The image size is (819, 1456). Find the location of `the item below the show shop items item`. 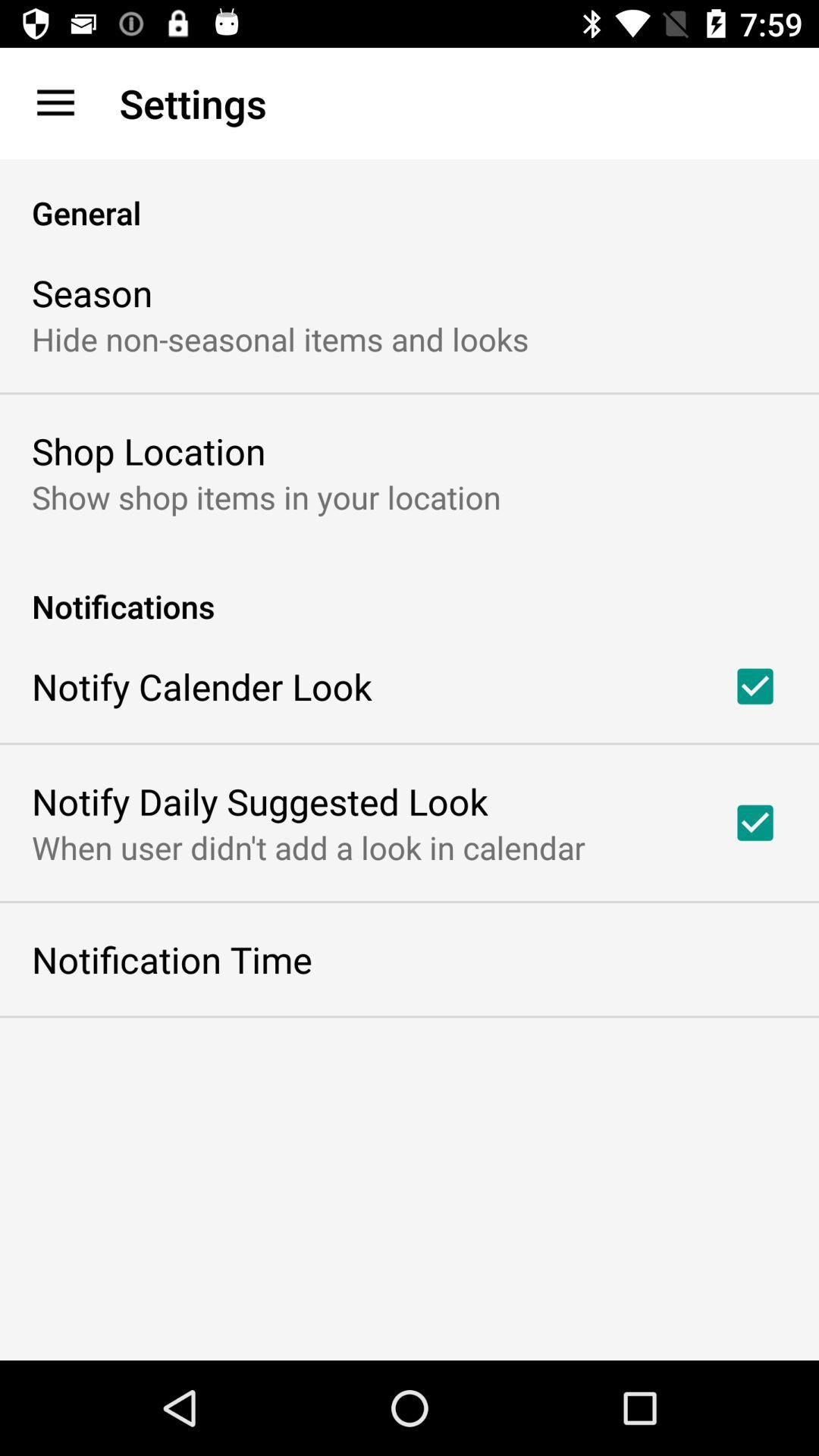

the item below the show shop items item is located at coordinates (409, 589).